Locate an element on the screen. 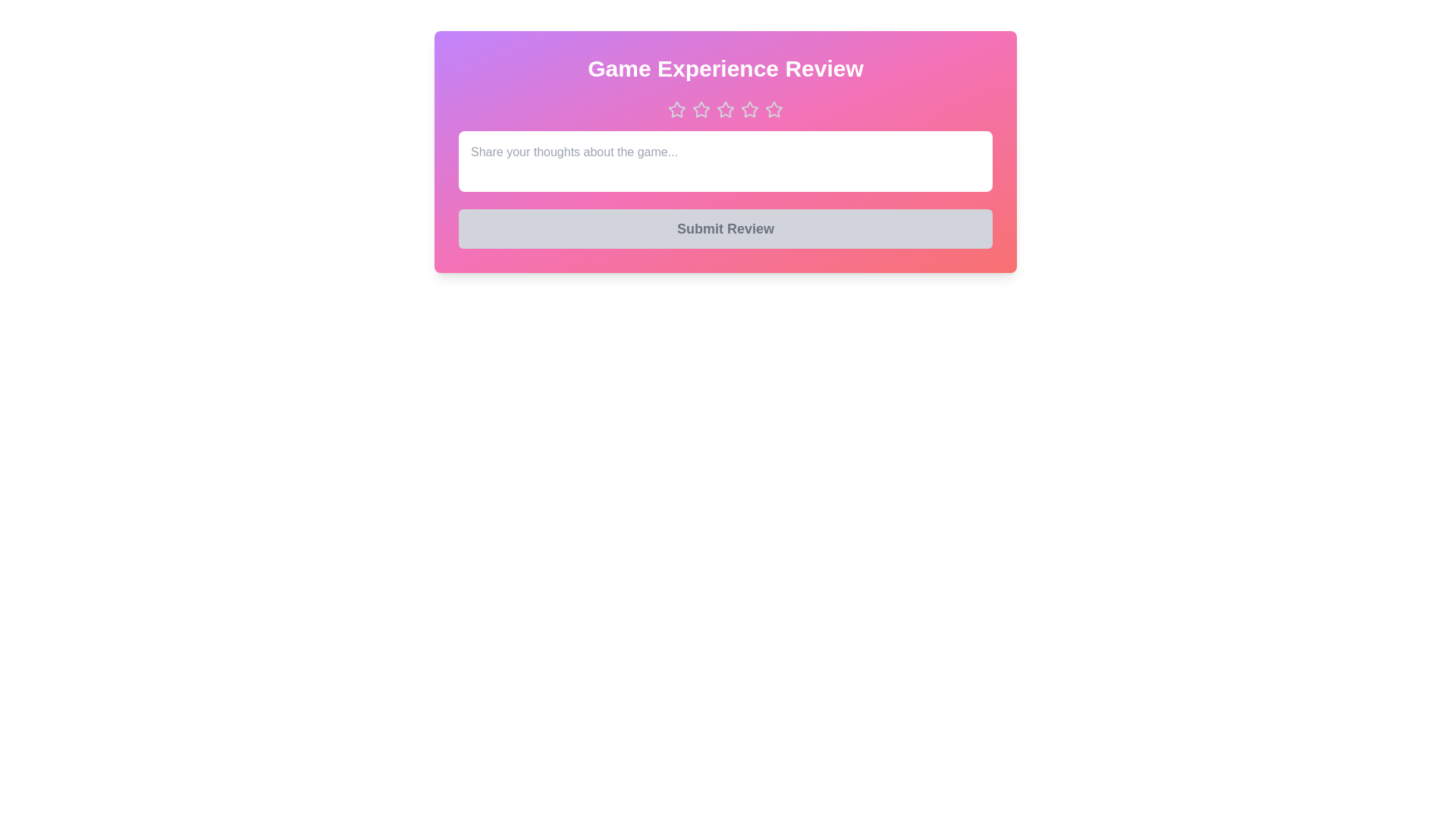 The image size is (1456, 819). the star corresponding to the desired rating 5 is located at coordinates (774, 109).